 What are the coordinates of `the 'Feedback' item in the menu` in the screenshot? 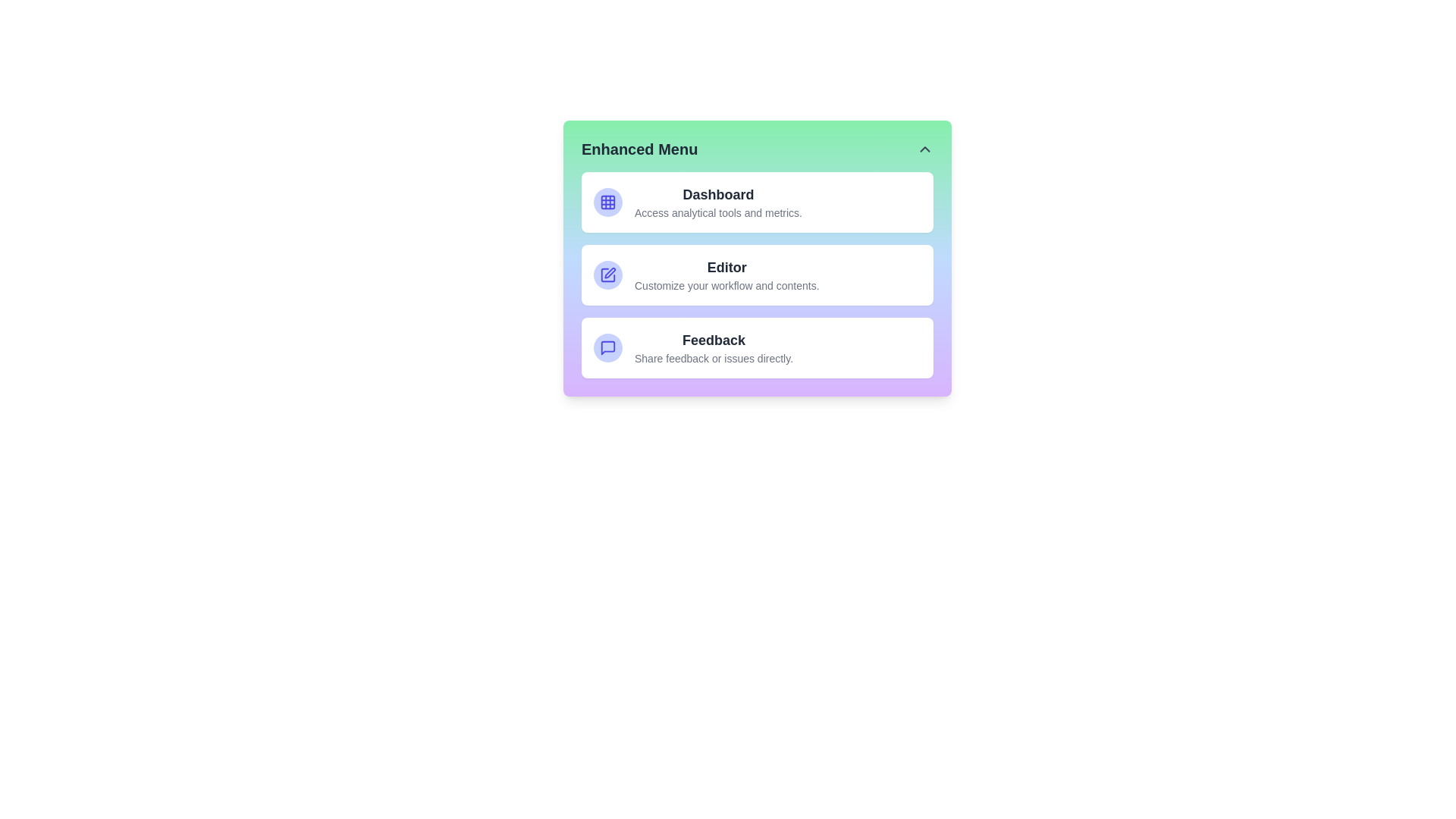 It's located at (757, 348).